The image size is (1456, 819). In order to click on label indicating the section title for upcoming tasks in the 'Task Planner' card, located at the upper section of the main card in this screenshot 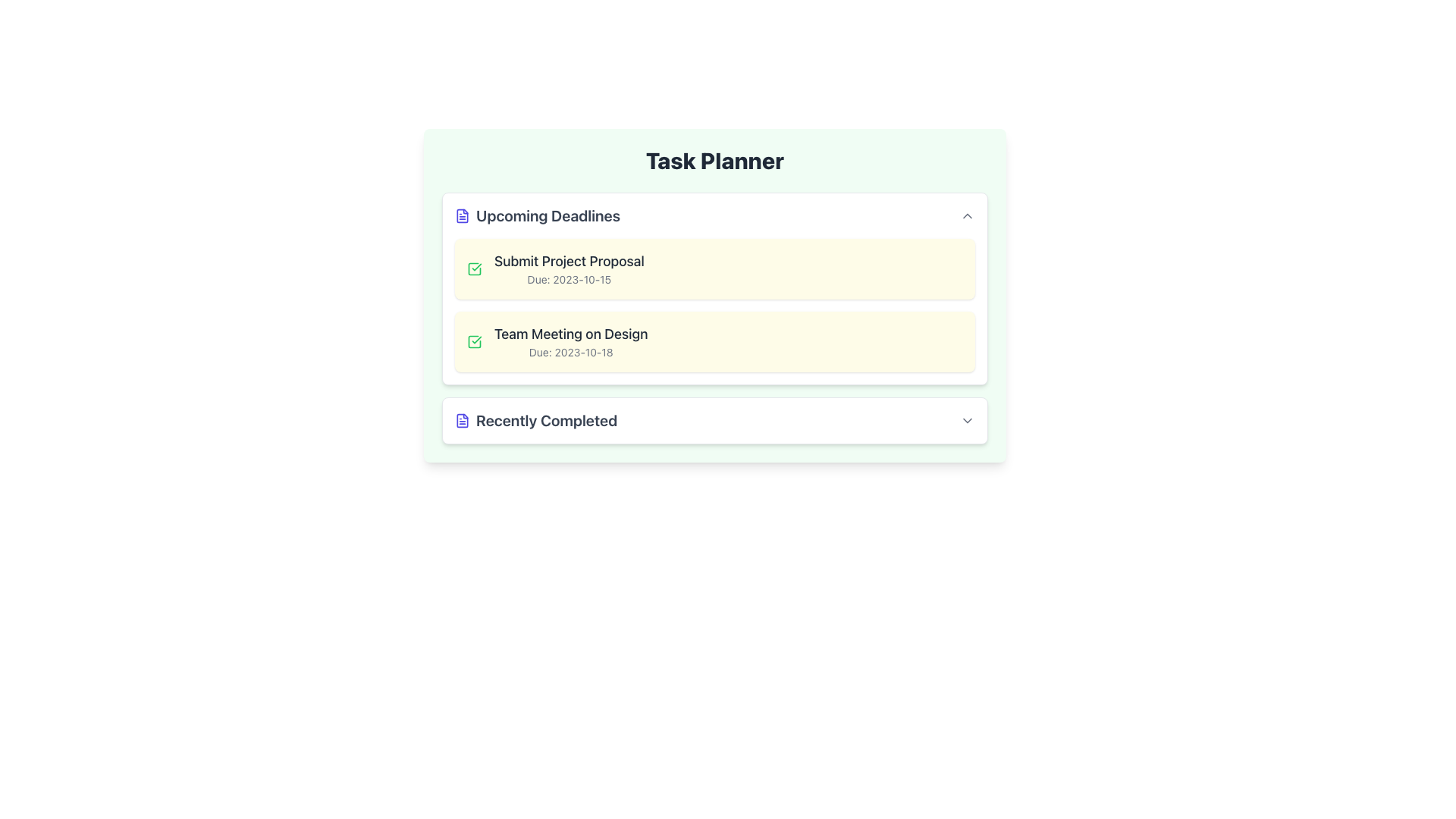, I will do `click(538, 216)`.